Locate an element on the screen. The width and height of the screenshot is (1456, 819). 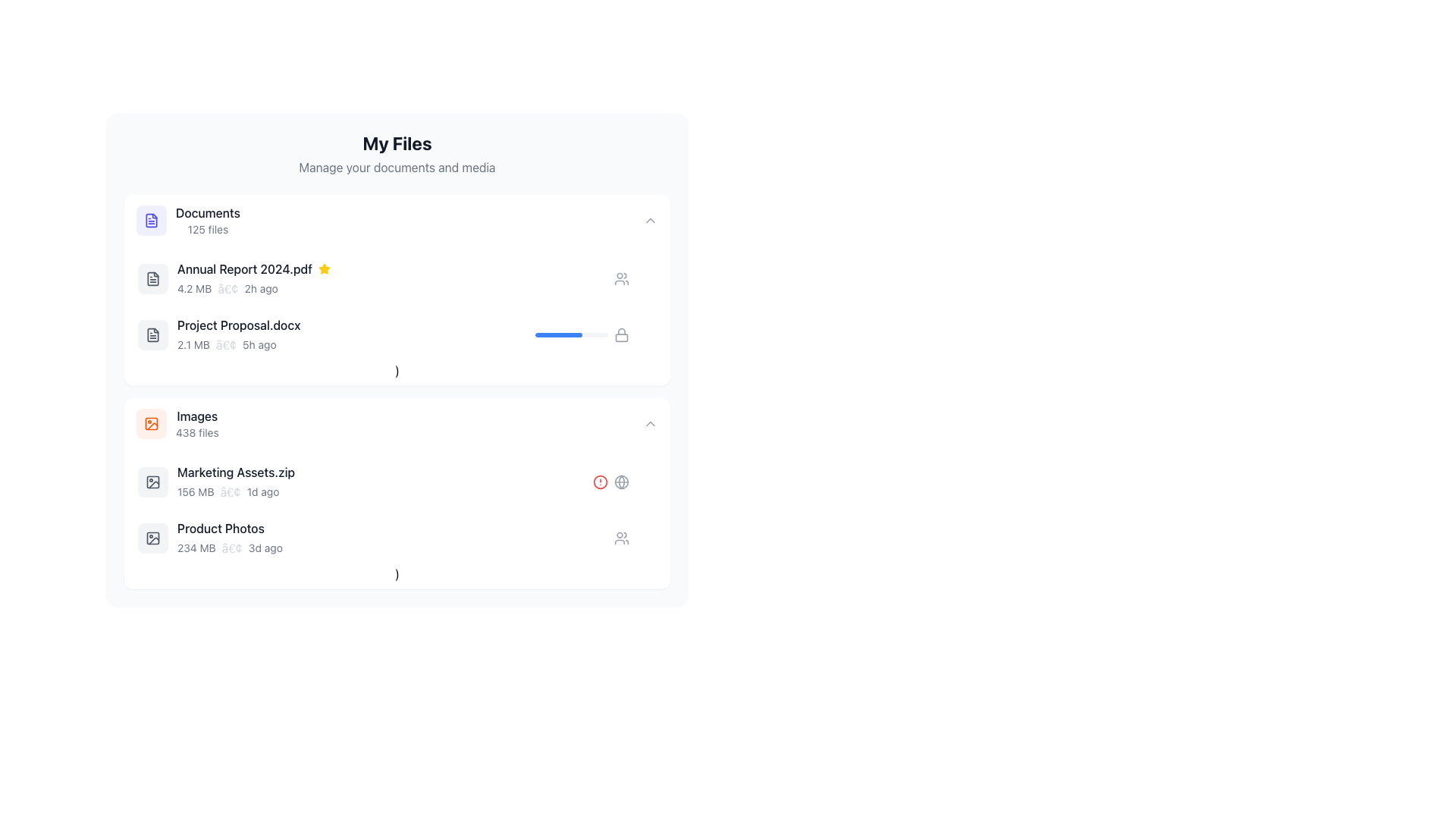
the List item displaying file information for 'Marketing Assets.zip' is located at coordinates (397, 482).